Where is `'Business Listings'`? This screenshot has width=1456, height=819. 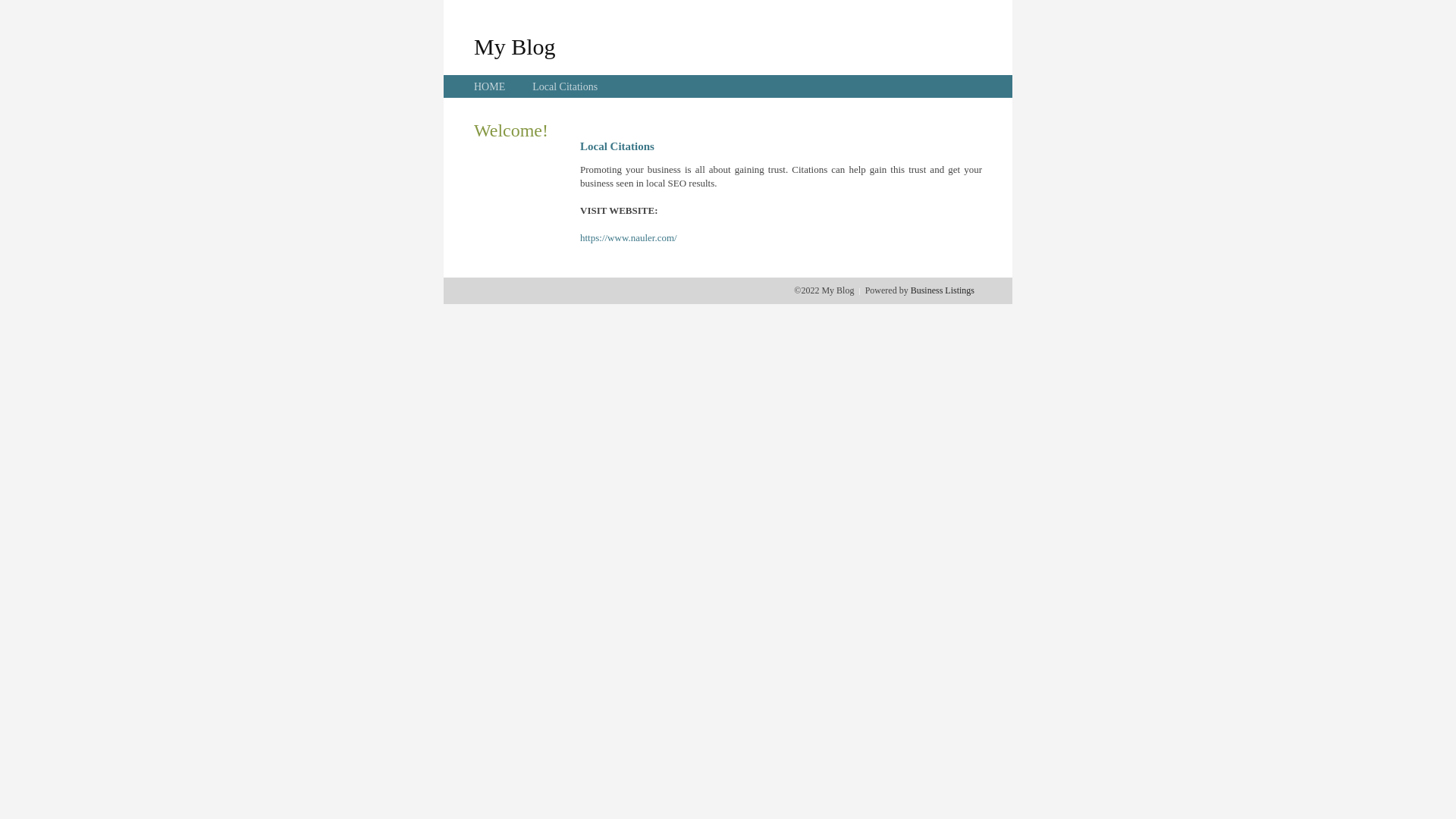
'Business Listings' is located at coordinates (942, 290).